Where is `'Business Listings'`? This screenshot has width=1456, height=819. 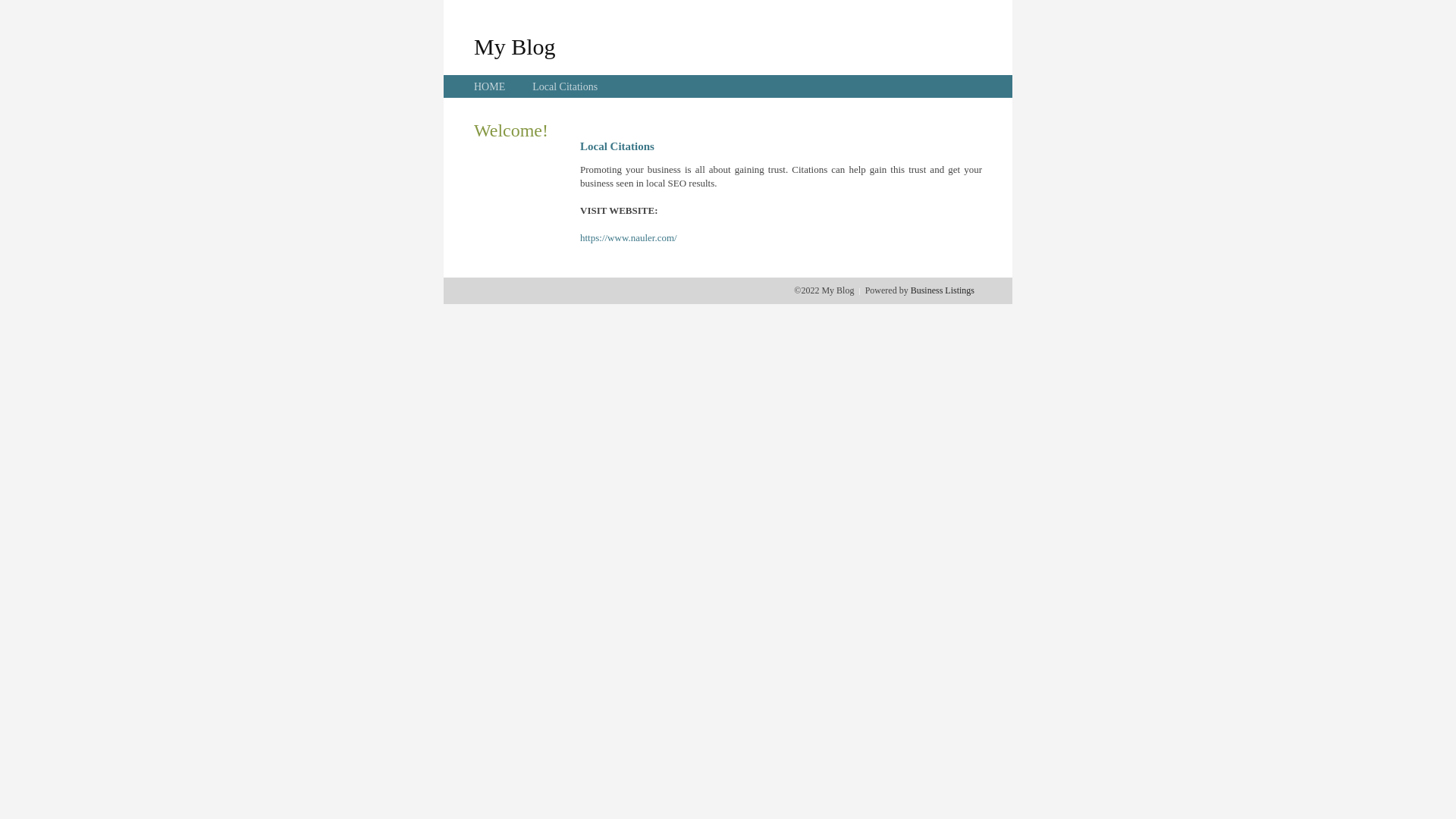
'Business Listings' is located at coordinates (942, 290).